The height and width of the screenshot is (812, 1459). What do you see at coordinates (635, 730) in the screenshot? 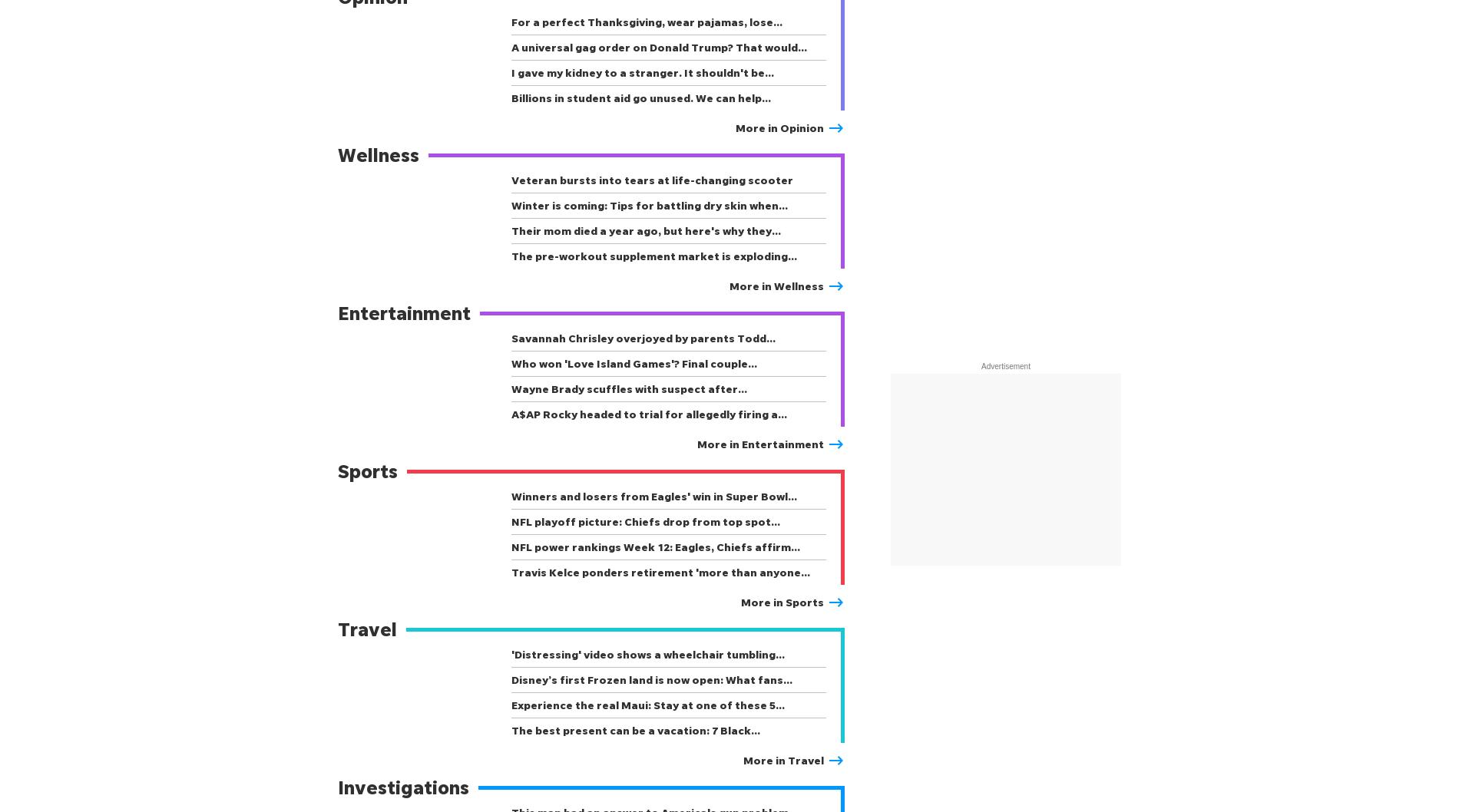
I see `'The best present can be a vacation: 7 Black…'` at bounding box center [635, 730].